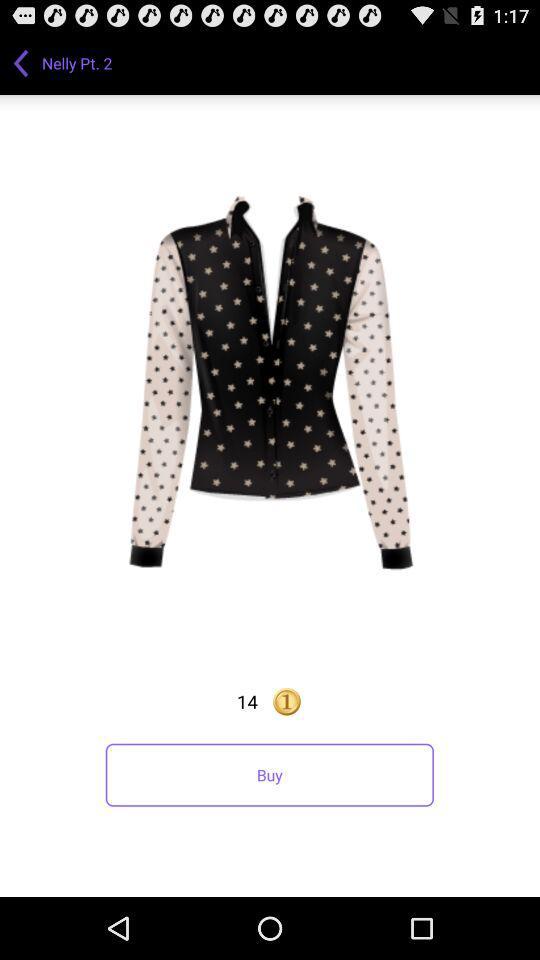 The height and width of the screenshot is (960, 540). What do you see at coordinates (20, 62) in the screenshot?
I see `app to the left of nelly pt. 2` at bounding box center [20, 62].